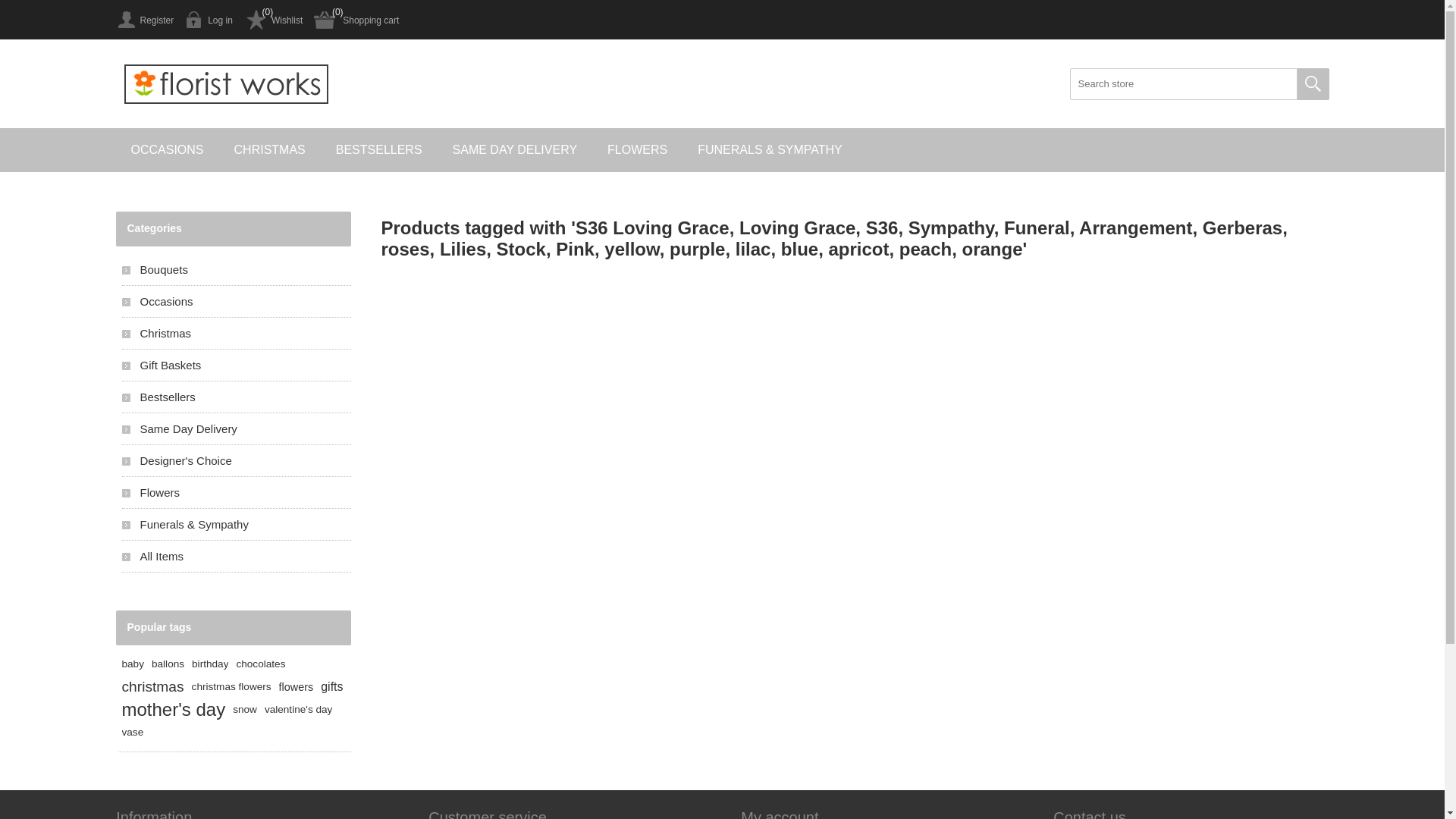 This screenshot has width=1456, height=819. I want to click on 'Gift Baskets', so click(120, 365).